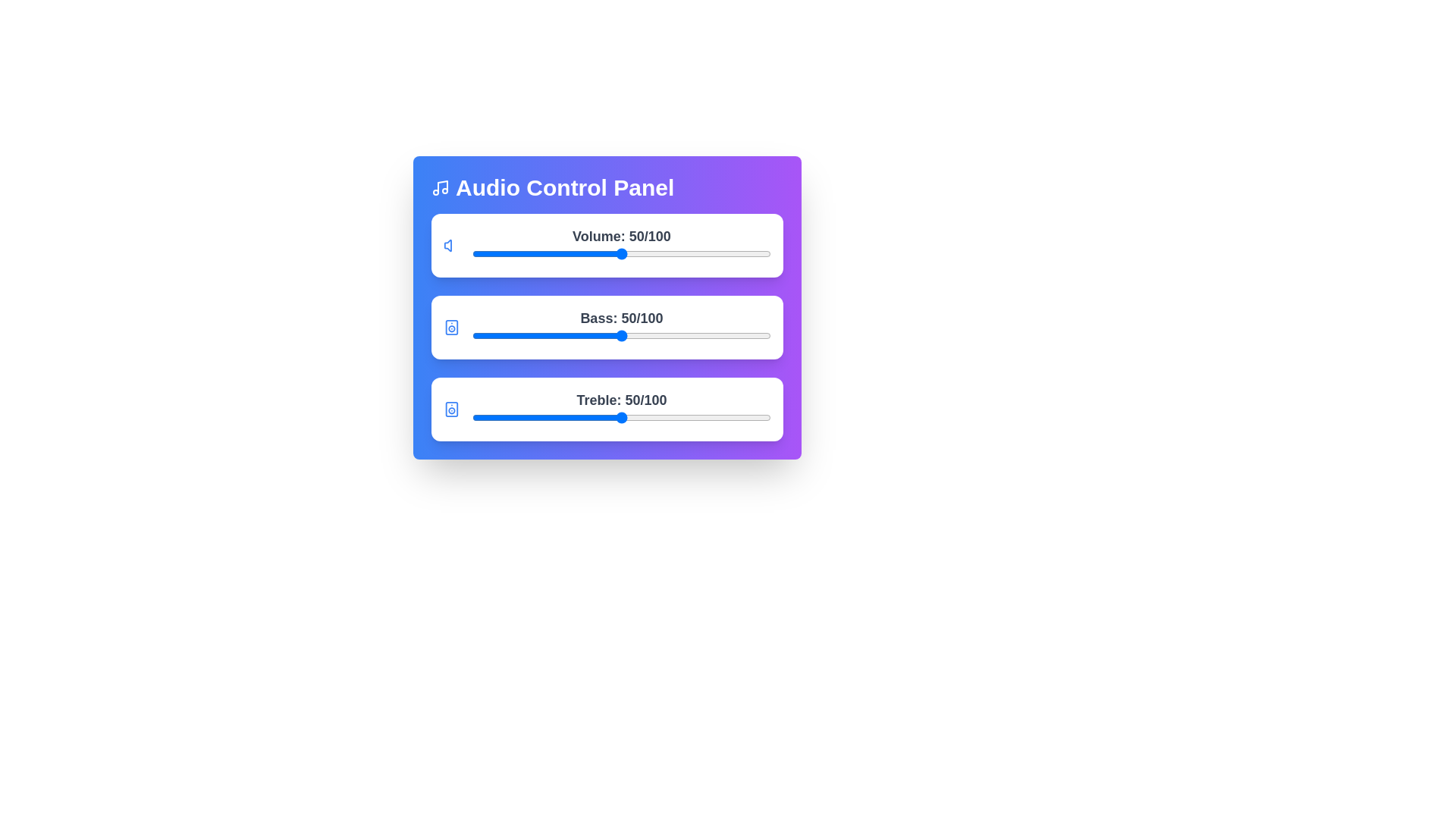  I want to click on the treble slider to 85 value, so click(725, 418).